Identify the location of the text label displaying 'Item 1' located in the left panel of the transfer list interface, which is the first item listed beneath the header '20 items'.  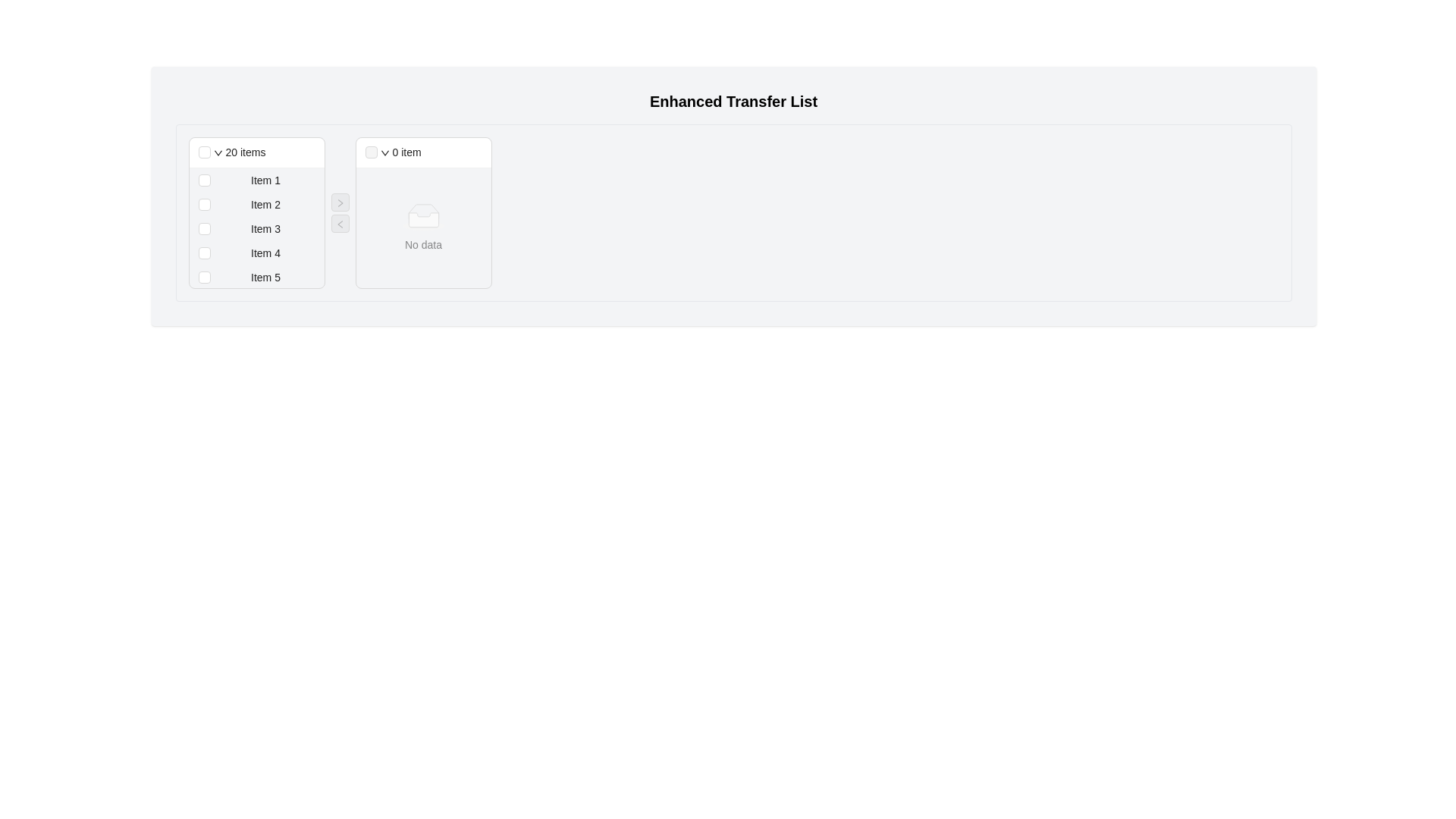
(265, 180).